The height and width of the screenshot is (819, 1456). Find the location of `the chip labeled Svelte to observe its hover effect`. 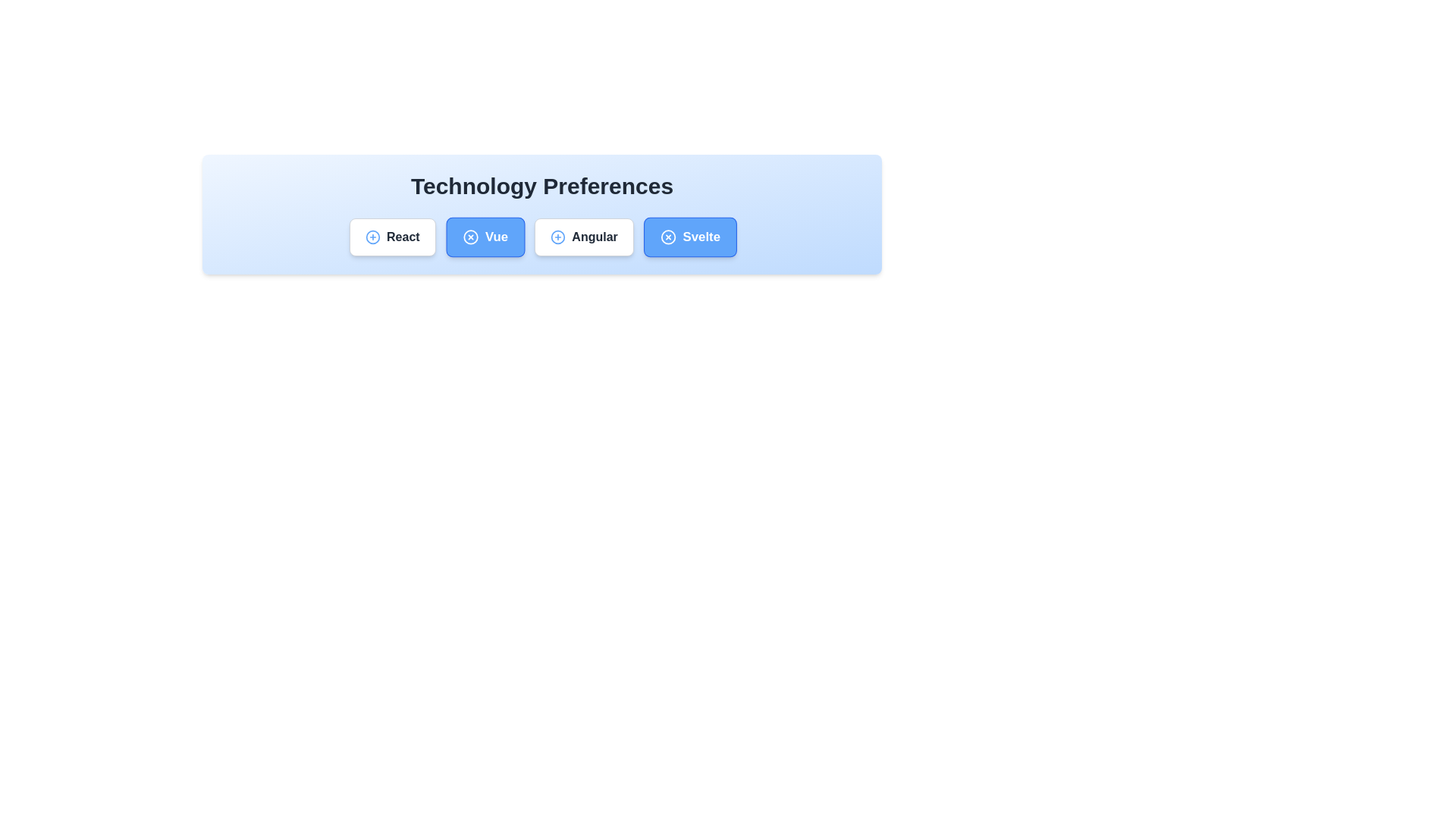

the chip labeled Svelte to observe its hover effect is located at coordinates (689, 237).